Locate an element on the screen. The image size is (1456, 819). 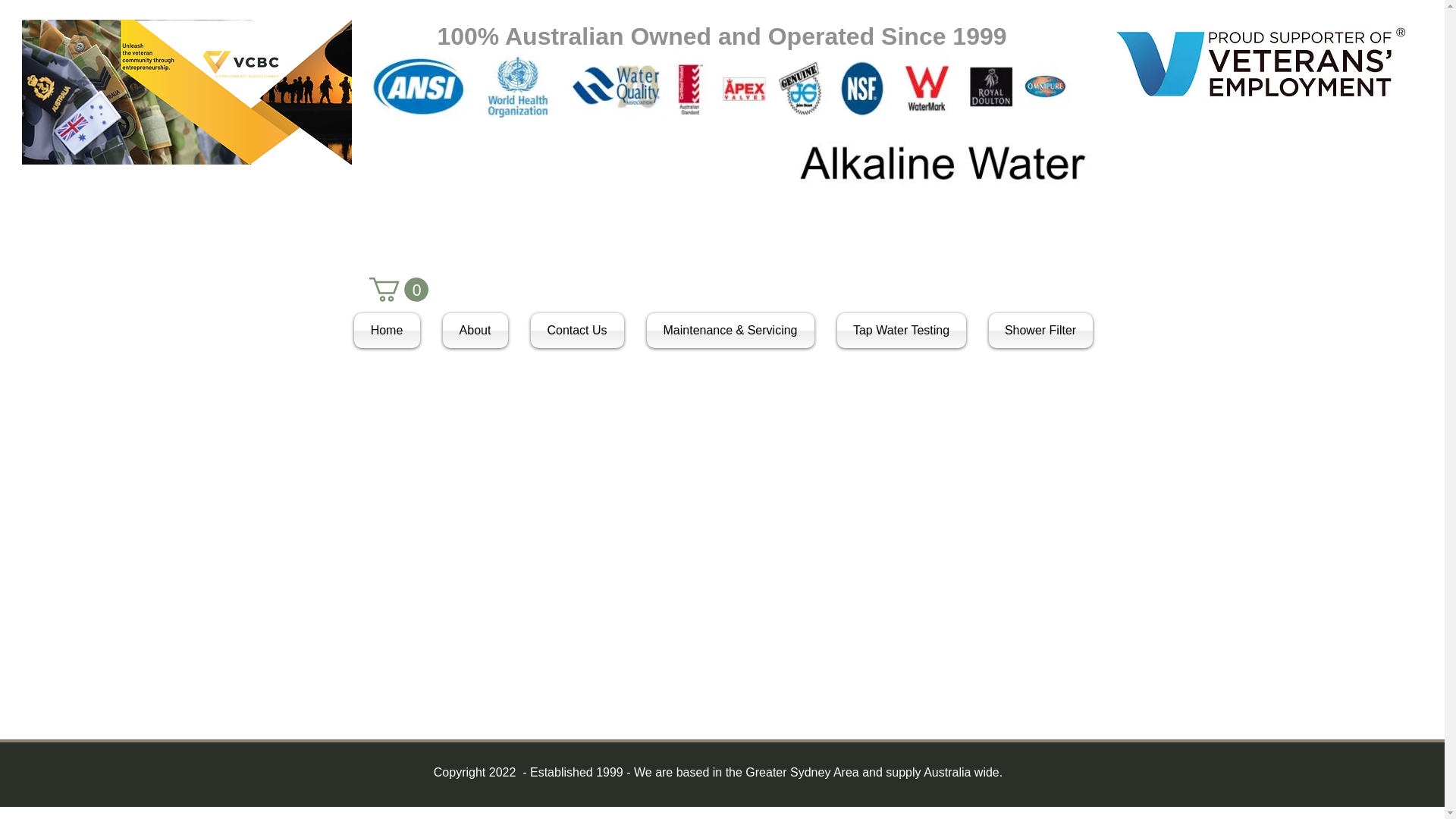
'Shower Filter' is located at coordinates (1033, 329).